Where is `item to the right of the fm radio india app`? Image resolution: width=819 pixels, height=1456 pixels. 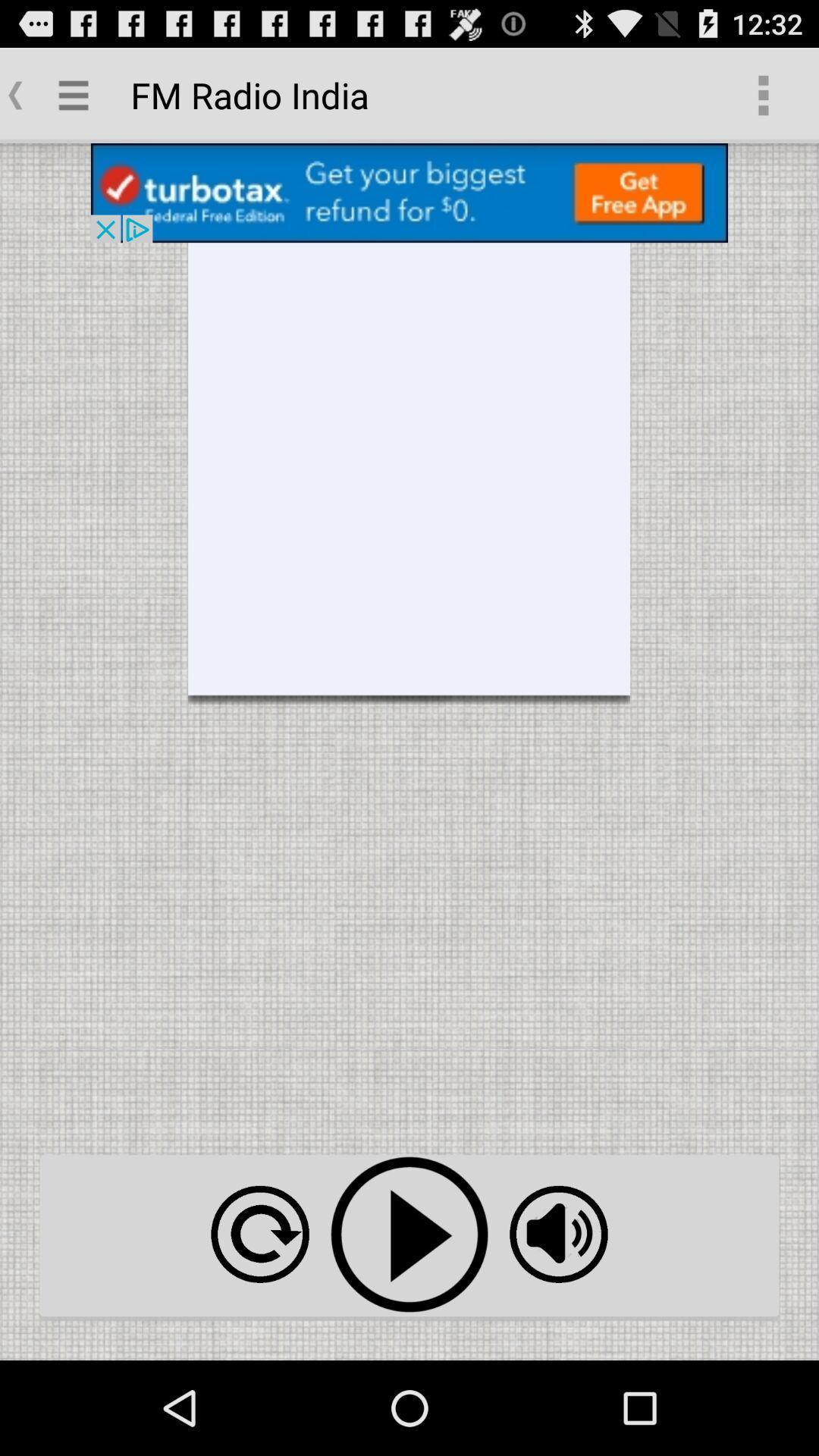 item to the right of the fm radio india app is located at coordinates (763, 94).